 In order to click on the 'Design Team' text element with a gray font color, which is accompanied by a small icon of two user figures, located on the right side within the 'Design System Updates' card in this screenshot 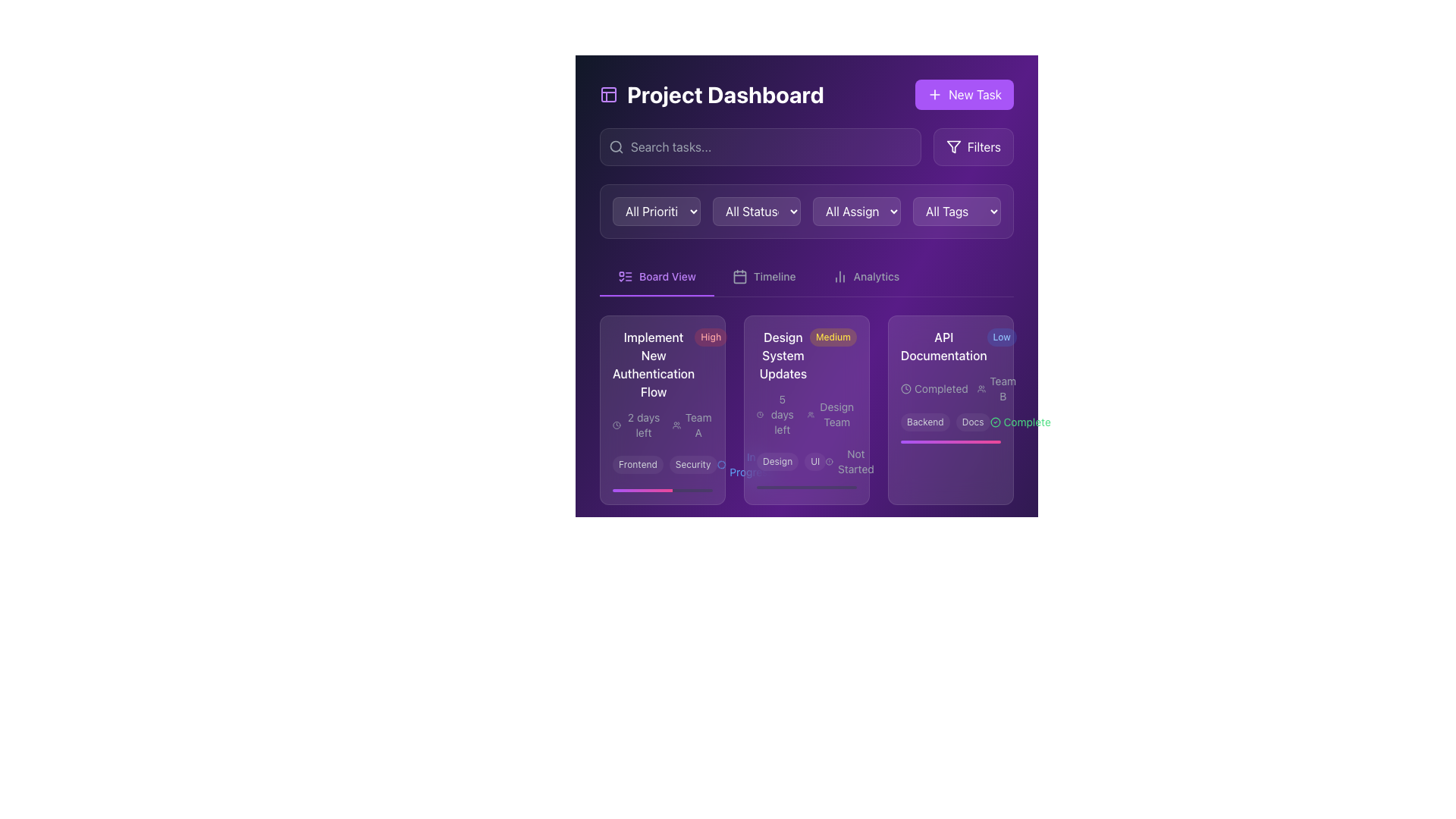, I will do `click(831, 415)`.